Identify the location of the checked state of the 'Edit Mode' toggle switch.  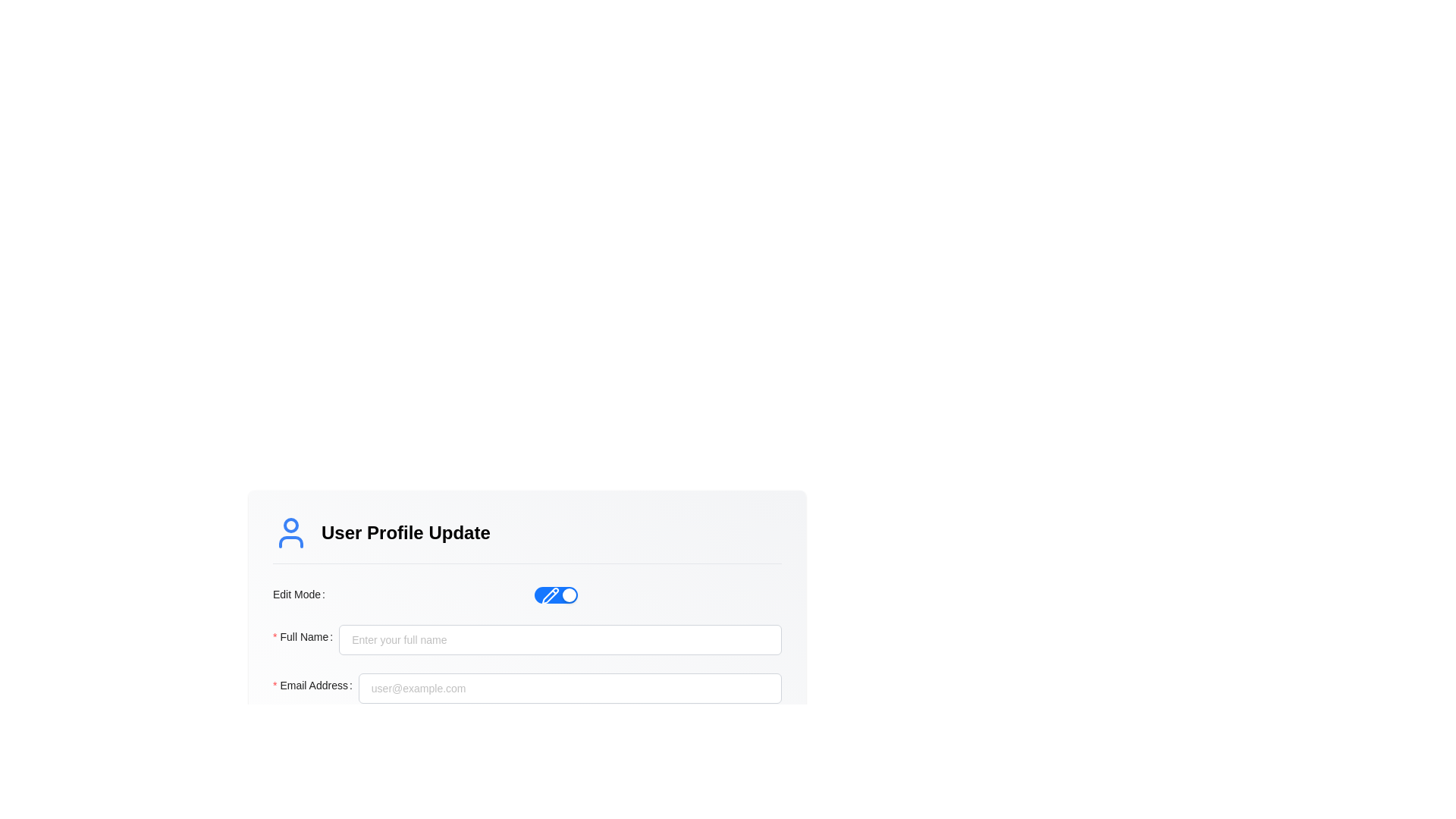
(550, 595).